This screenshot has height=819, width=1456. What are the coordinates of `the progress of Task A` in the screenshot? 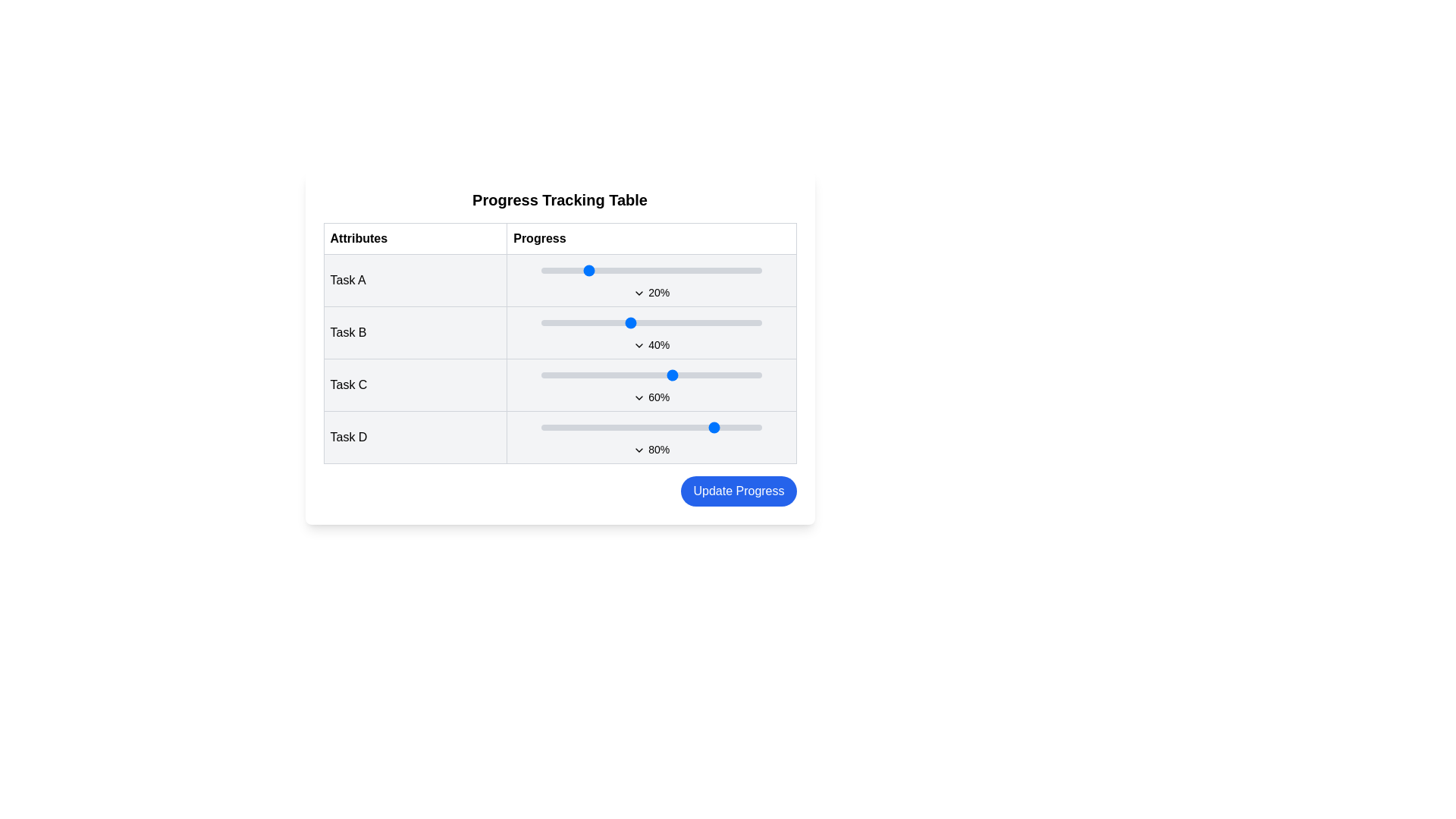 It's located at (686, 270).